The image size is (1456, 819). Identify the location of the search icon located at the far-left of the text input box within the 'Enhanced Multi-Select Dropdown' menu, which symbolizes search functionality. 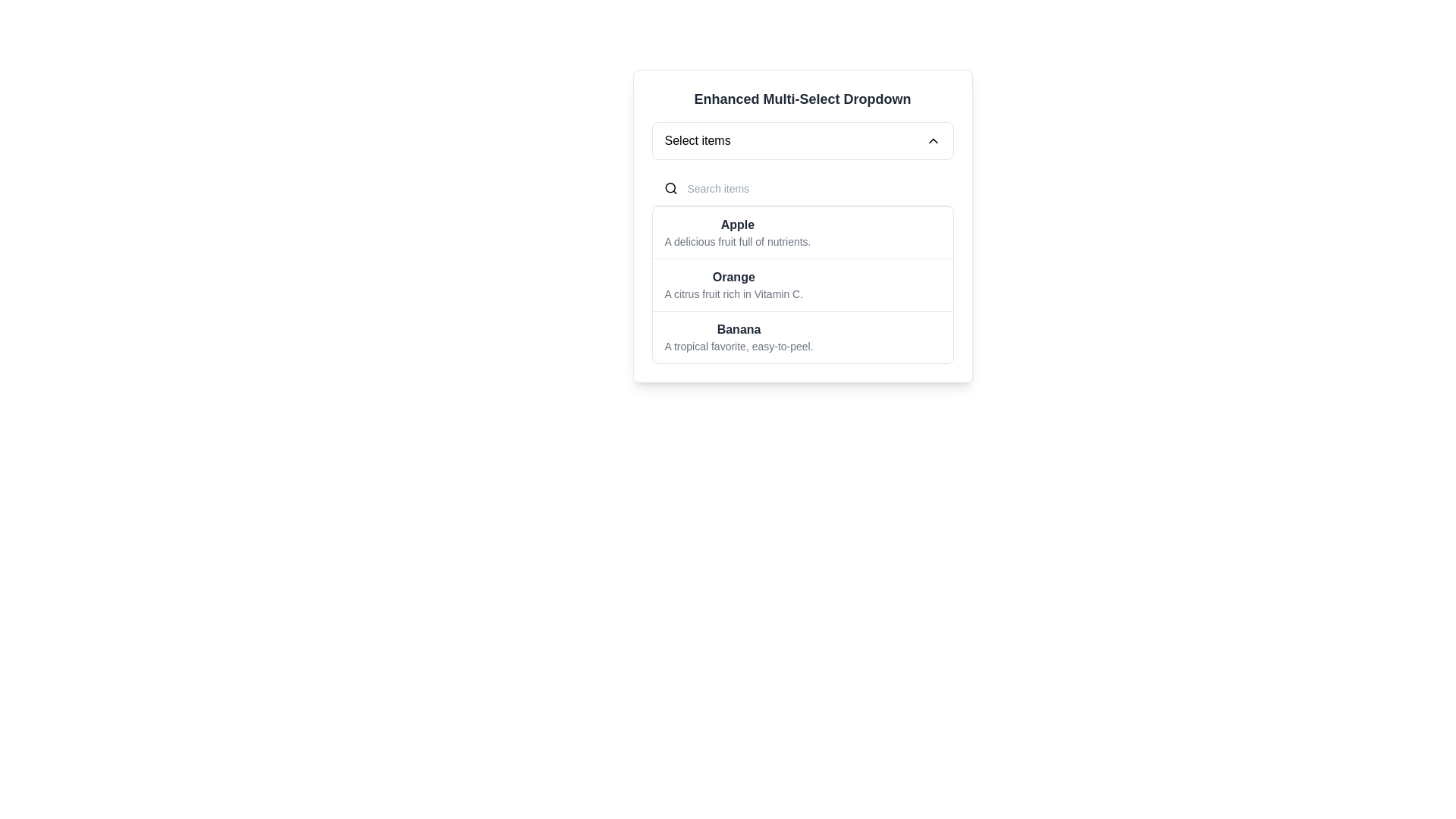
(670, 188).